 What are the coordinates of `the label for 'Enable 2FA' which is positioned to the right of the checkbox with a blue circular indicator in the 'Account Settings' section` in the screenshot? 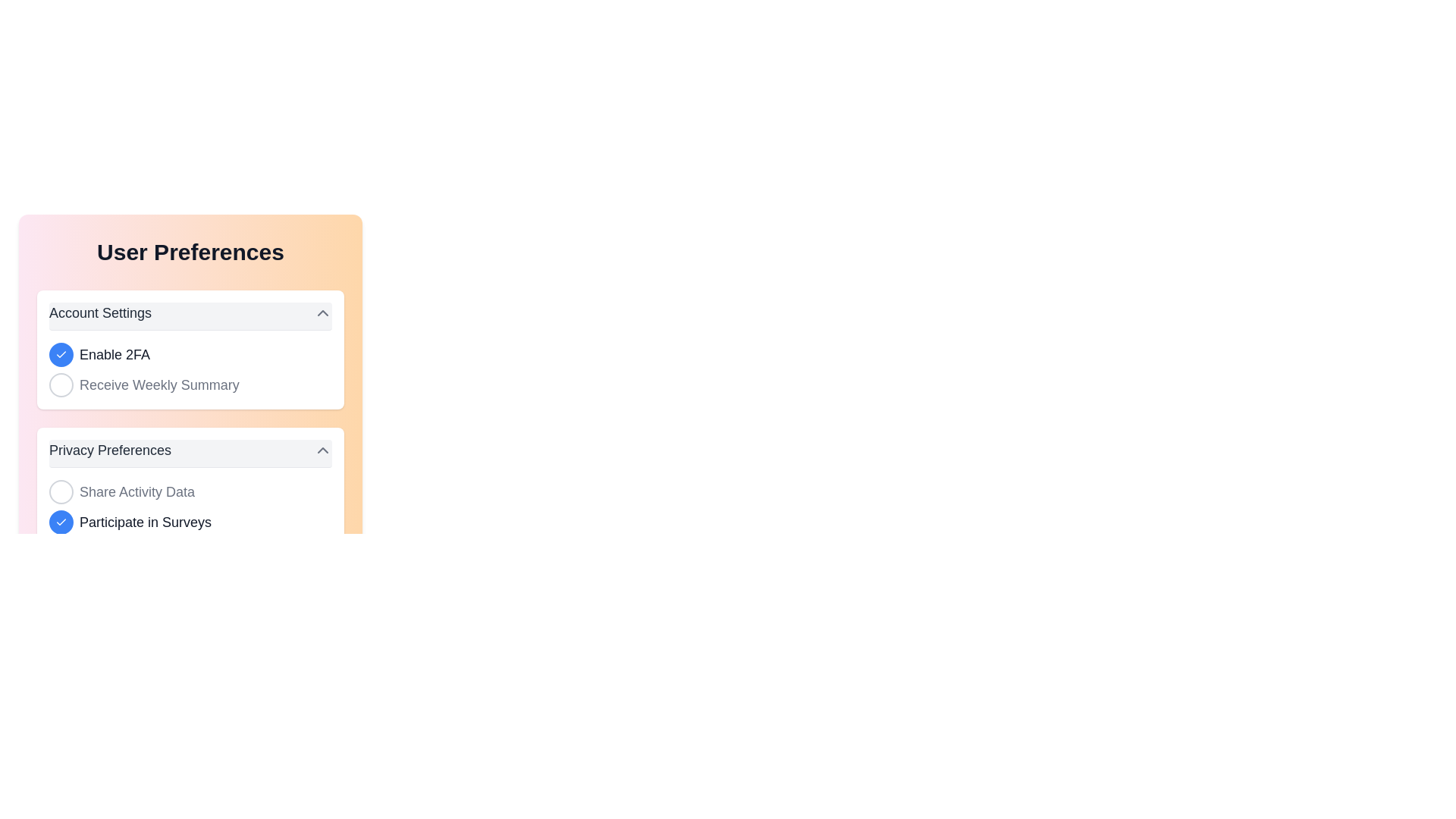 It's located at (114, 354).